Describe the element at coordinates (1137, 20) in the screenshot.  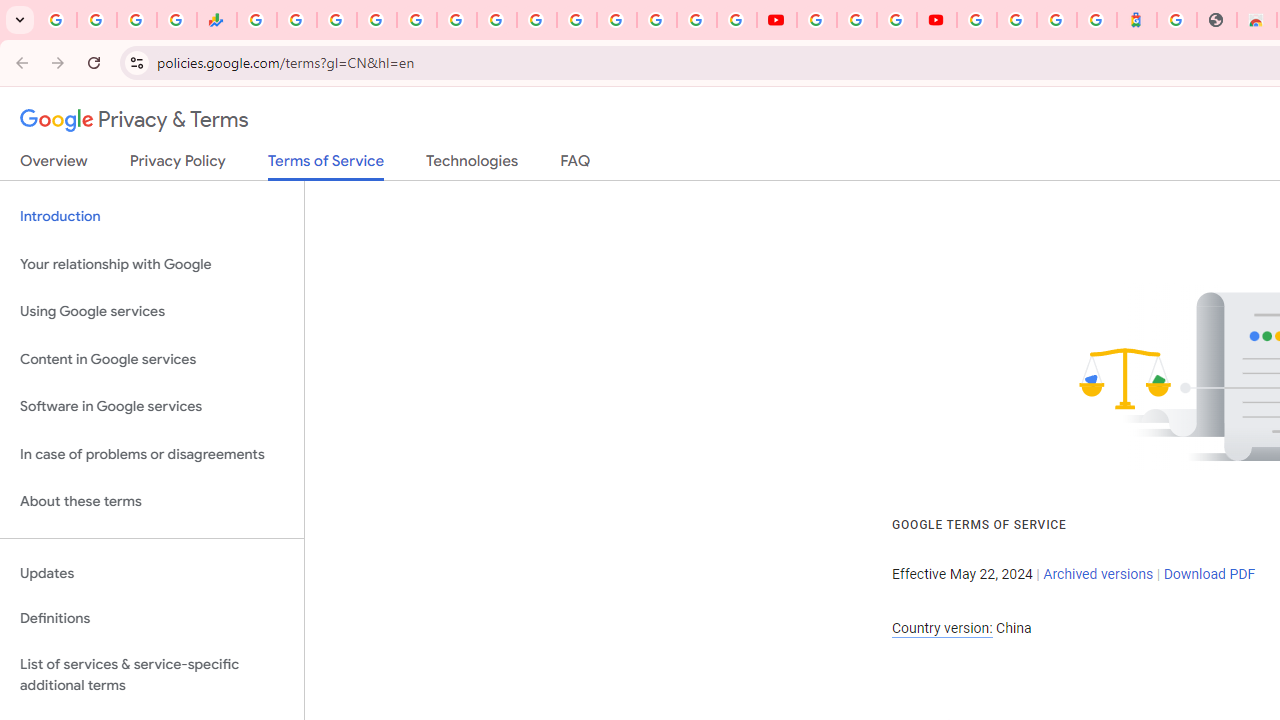
I see `'Atour Hotel - Google hotels'` at that location.